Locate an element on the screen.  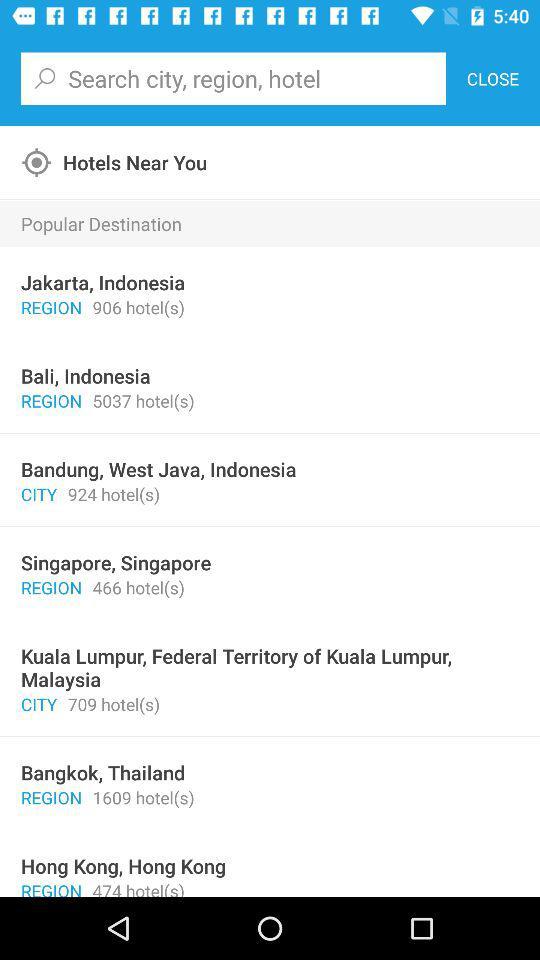
close item is located at coordinates (491, 78).